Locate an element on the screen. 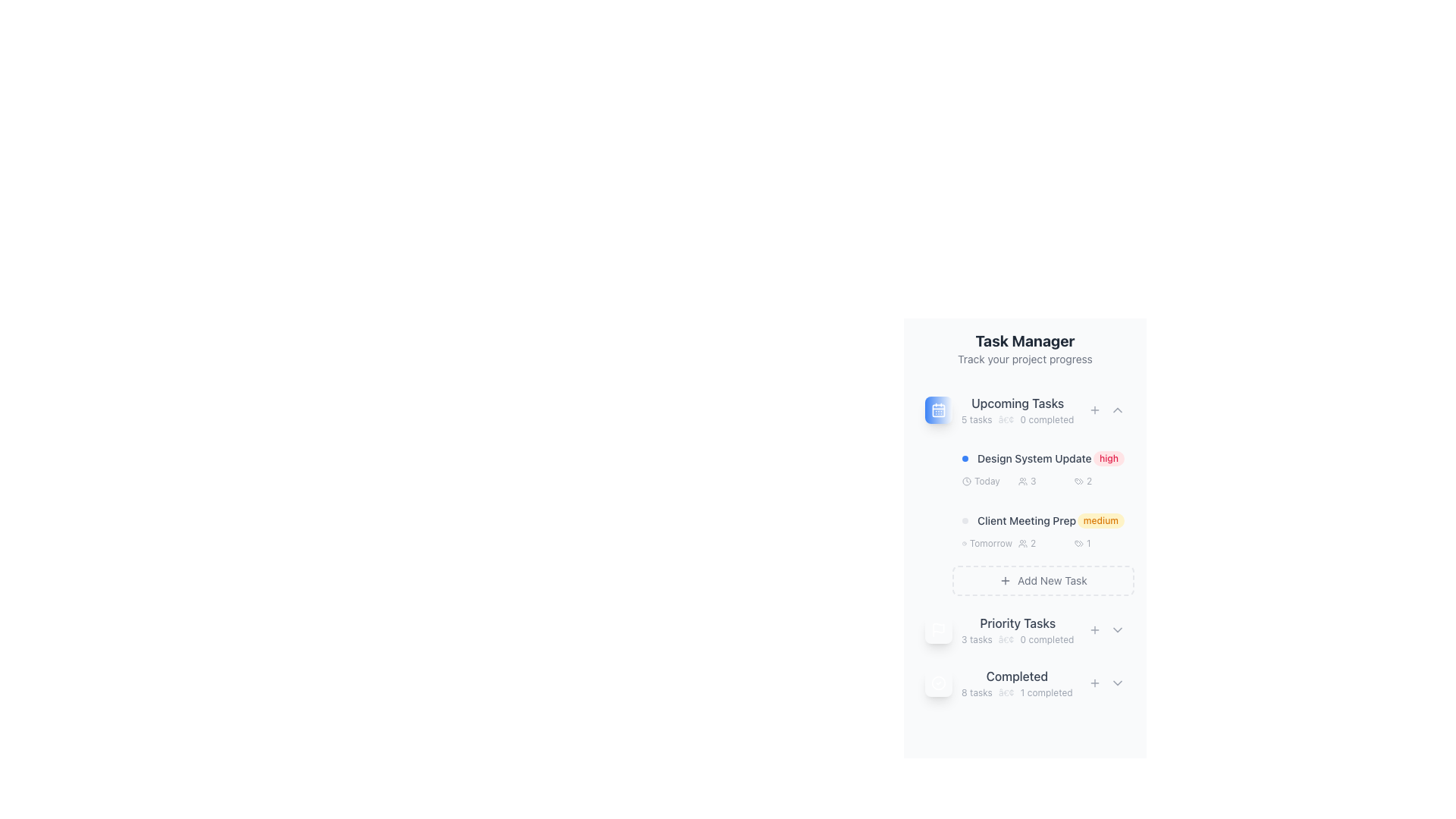 The width and height of the screenshot is (1456, 819). the 'Design System Update' task card, which is the first entry in the list of upcoming tasks, located on the right side of the interface is located at coordinates (1043, 468).